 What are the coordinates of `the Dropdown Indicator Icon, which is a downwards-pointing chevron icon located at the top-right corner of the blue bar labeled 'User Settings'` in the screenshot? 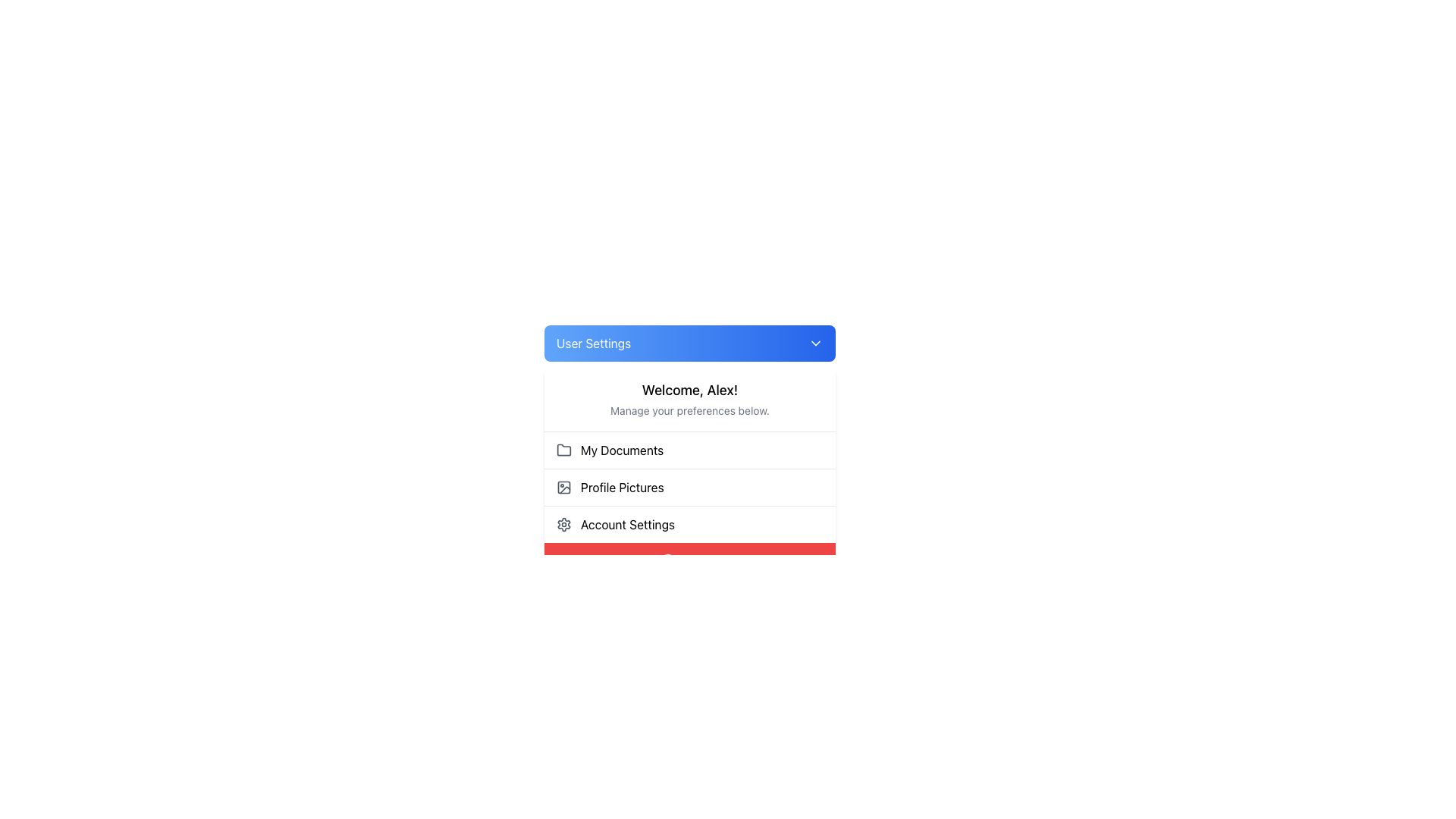 It's located at (814, 343).